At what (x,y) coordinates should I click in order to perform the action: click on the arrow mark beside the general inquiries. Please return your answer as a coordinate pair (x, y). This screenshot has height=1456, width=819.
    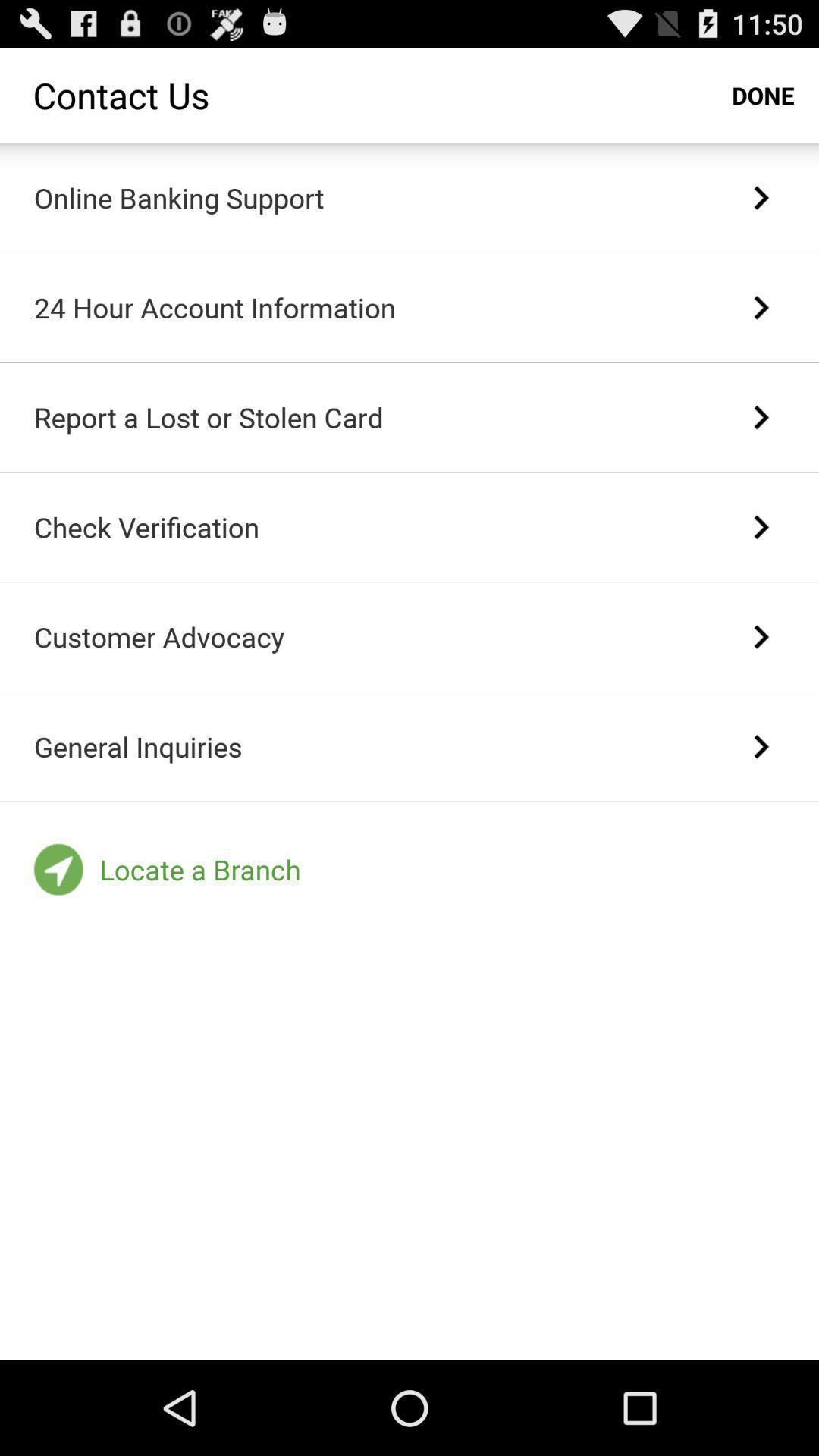
    Looking at the image, I should click on (761, 746).